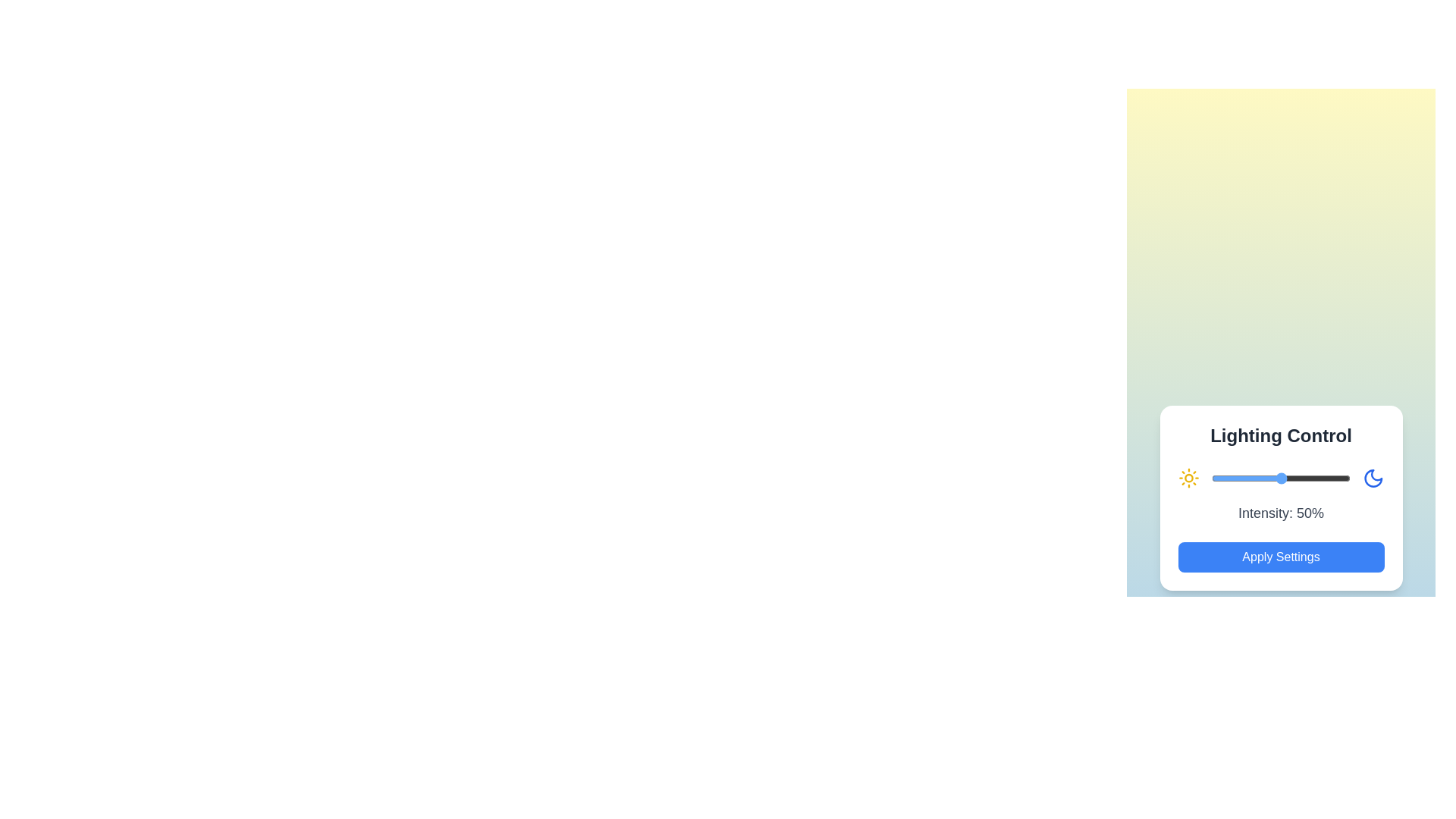  What do you see at coordinates (1326, 479) in the screenshot?
I see `the slider to set the lighting intensity to 83%` at bounding box center [1326, 479].